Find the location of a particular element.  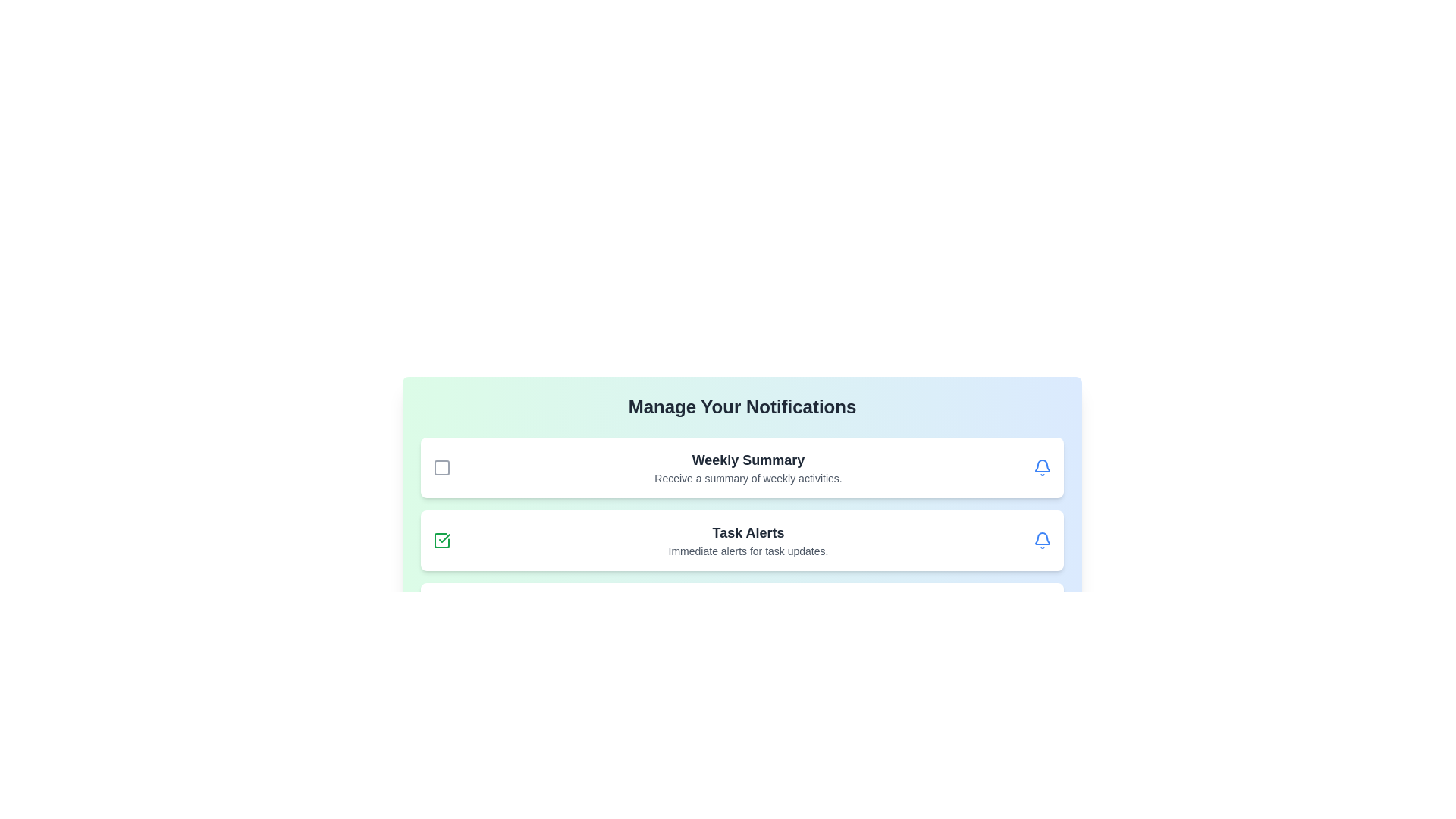

the square-shaped checkbox with a green border and checkmark icon next to the 'Task Alerts' text is located at coordinates (441, 540).